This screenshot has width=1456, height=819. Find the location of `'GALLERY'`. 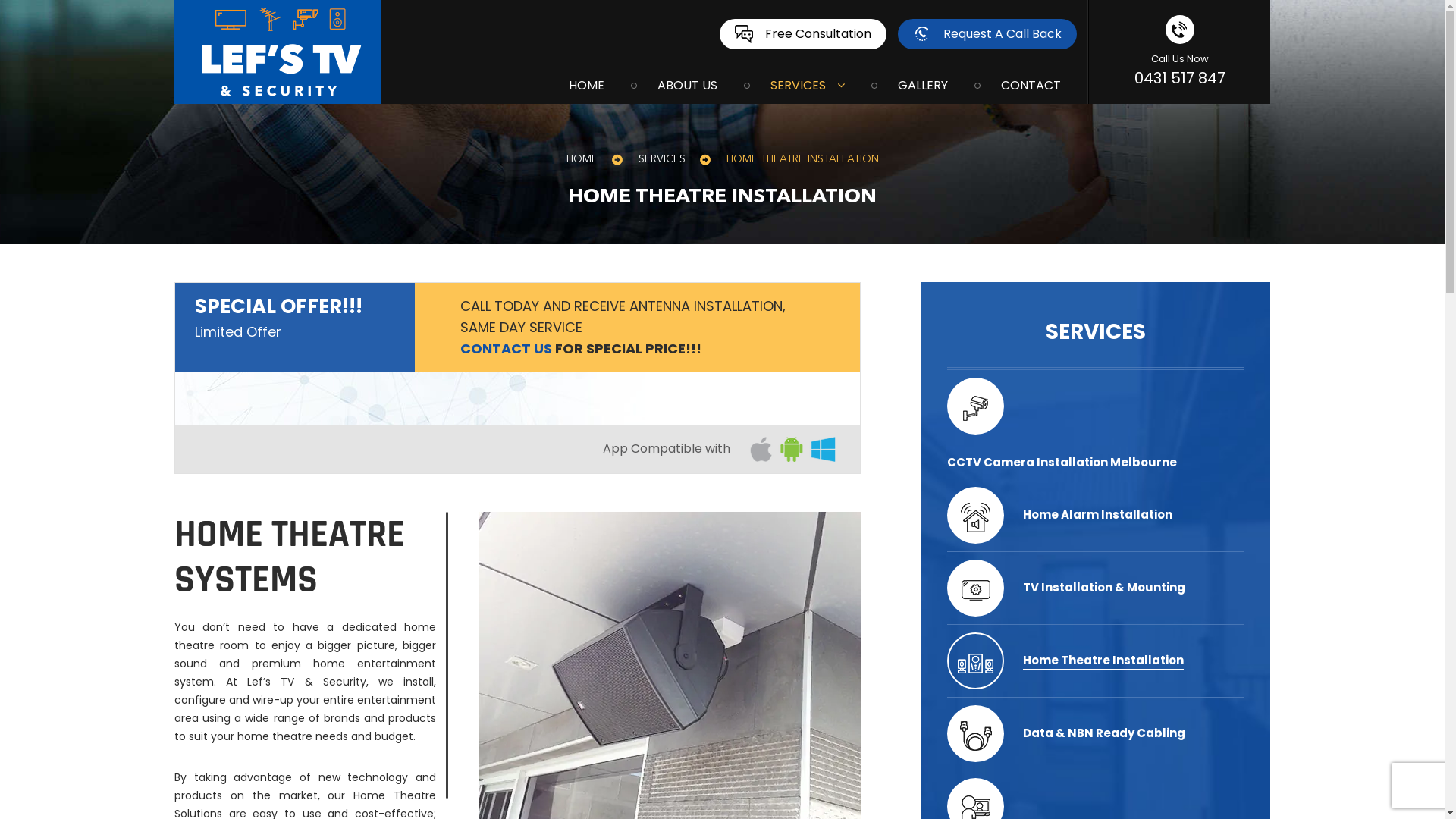

'GALLERY' is located at coordinates (871, 83).